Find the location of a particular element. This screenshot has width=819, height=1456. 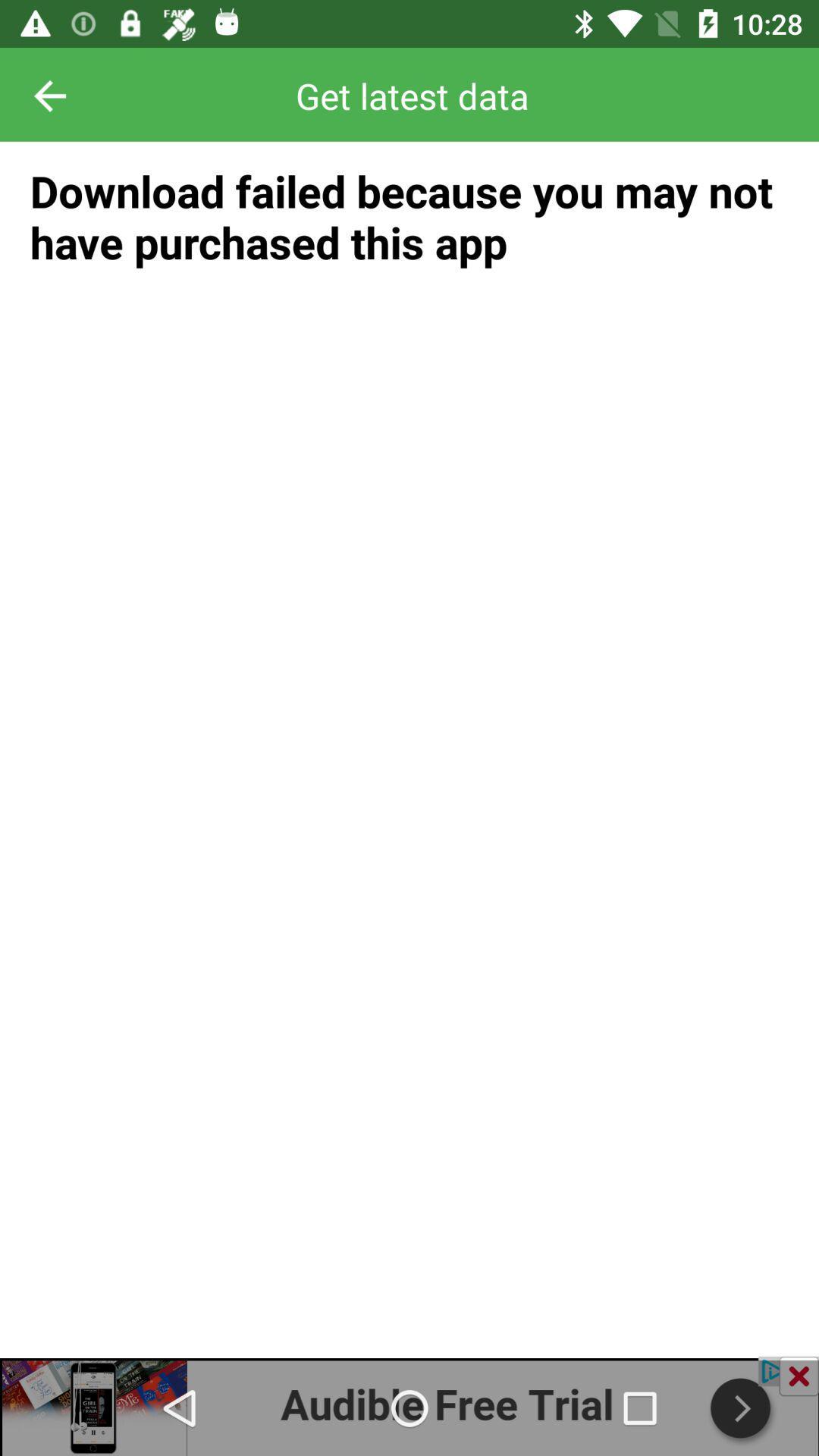

advertisement is located at coordinates (409, 1405).